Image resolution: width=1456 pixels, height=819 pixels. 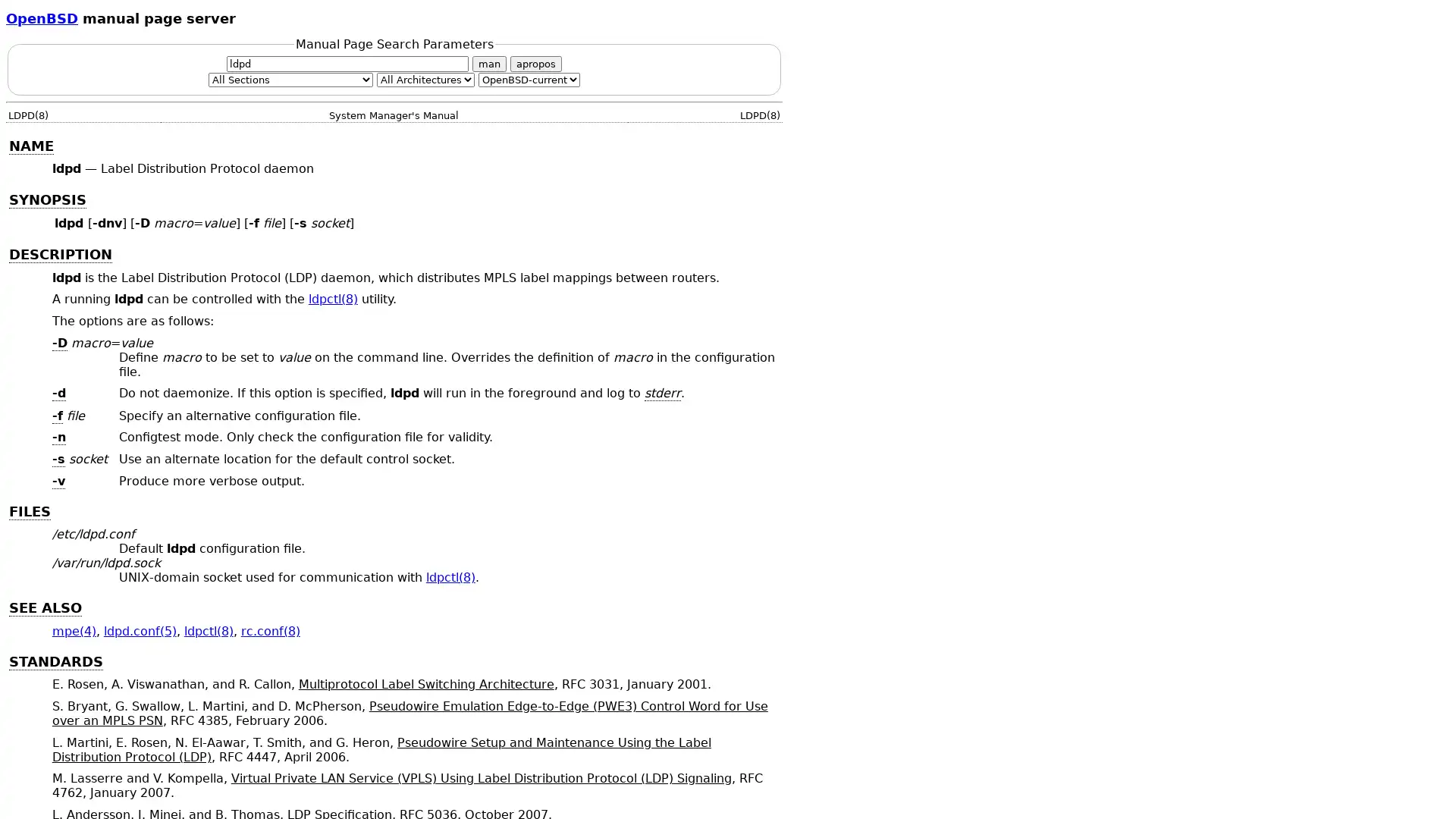 I want to click on apropos, so click(x=535, y=62).